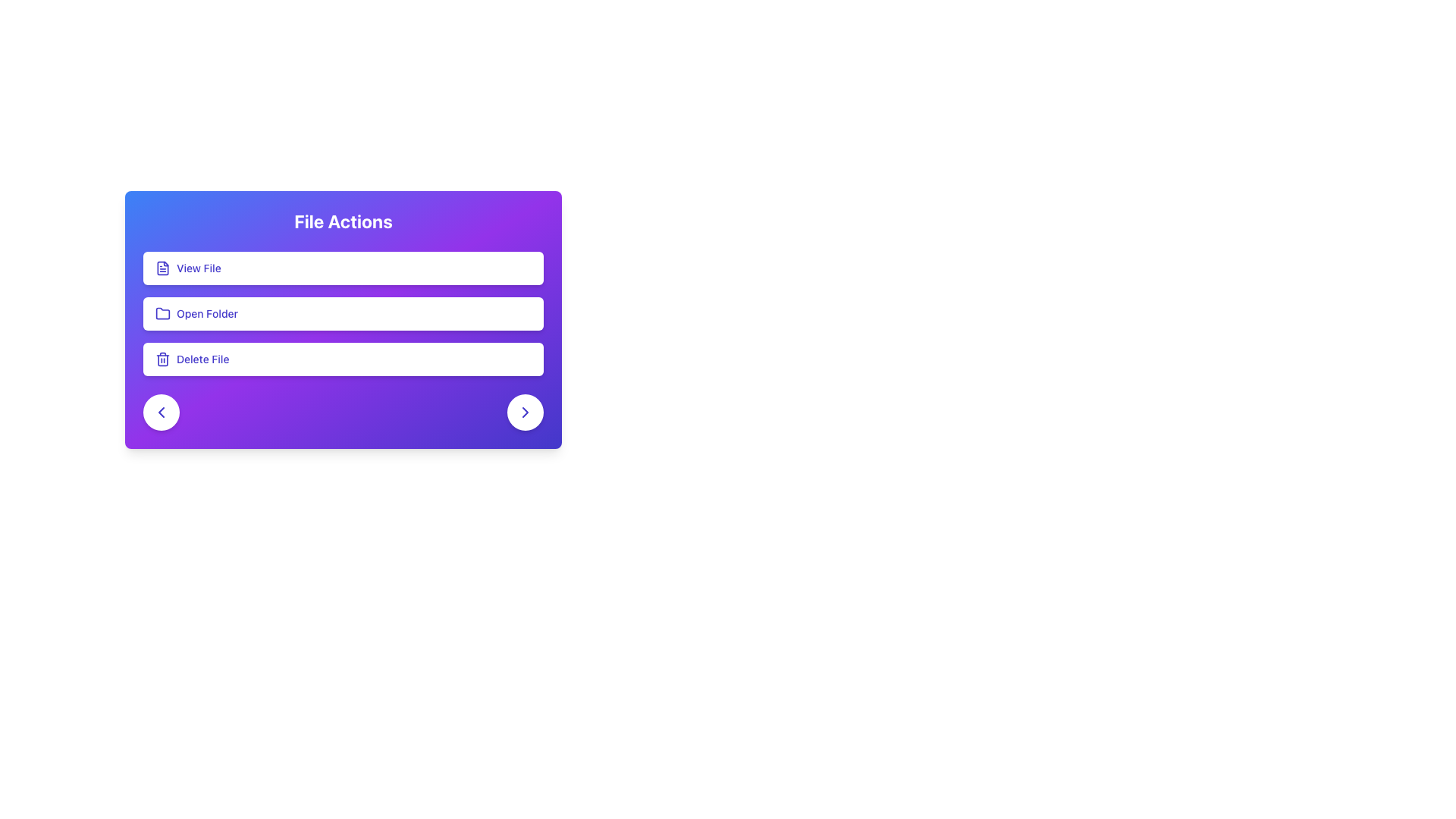 This screenshot has width=1456, height=819. What do you see at coordinates (525, 412) in the screenshot?
I see `the small chevron-shaped arrow icon button, which is styled with blue color and` at bounding box center [525, 412].